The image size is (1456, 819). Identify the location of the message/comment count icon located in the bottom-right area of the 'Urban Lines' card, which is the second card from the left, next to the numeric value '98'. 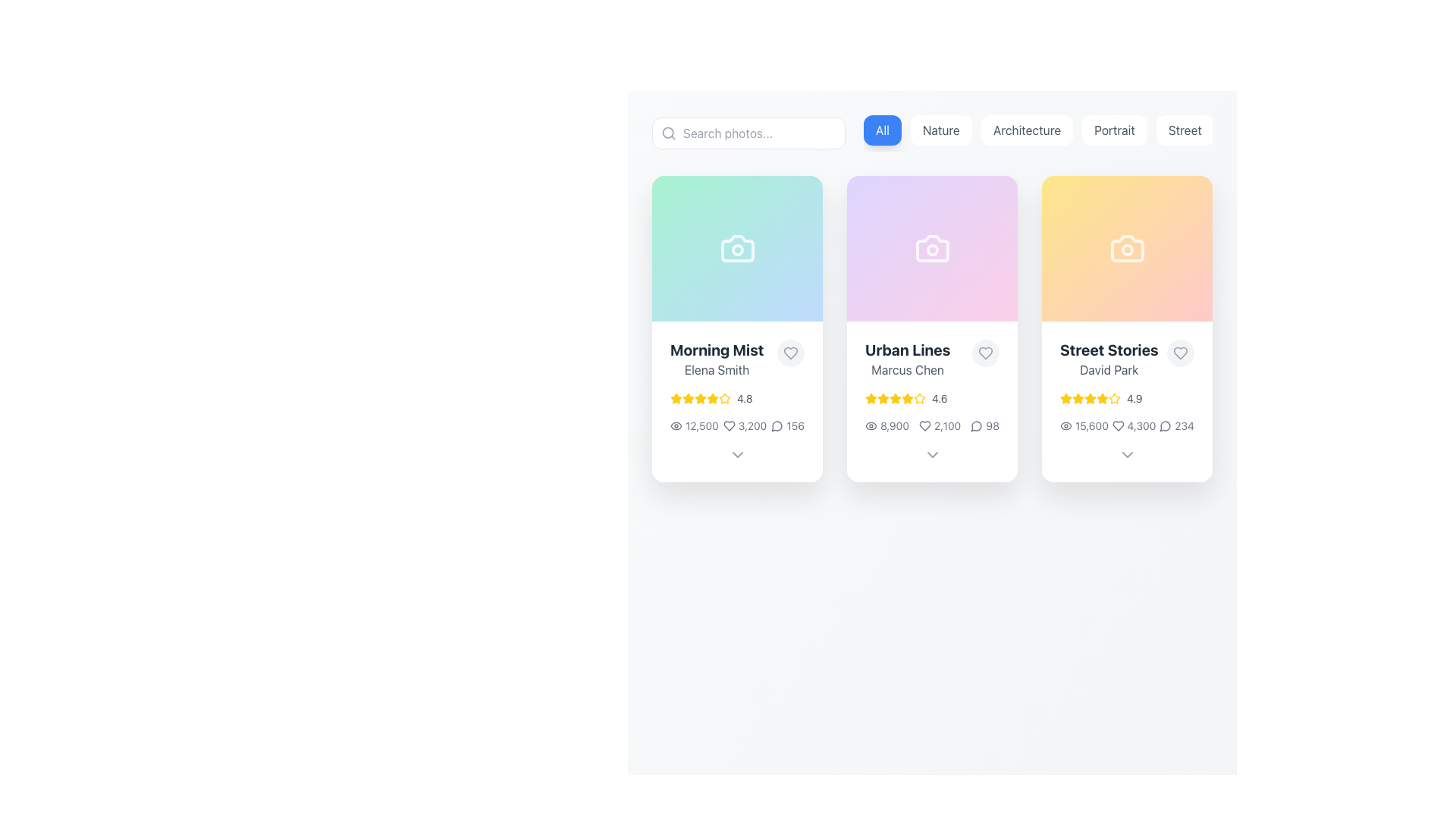
(977, 426).